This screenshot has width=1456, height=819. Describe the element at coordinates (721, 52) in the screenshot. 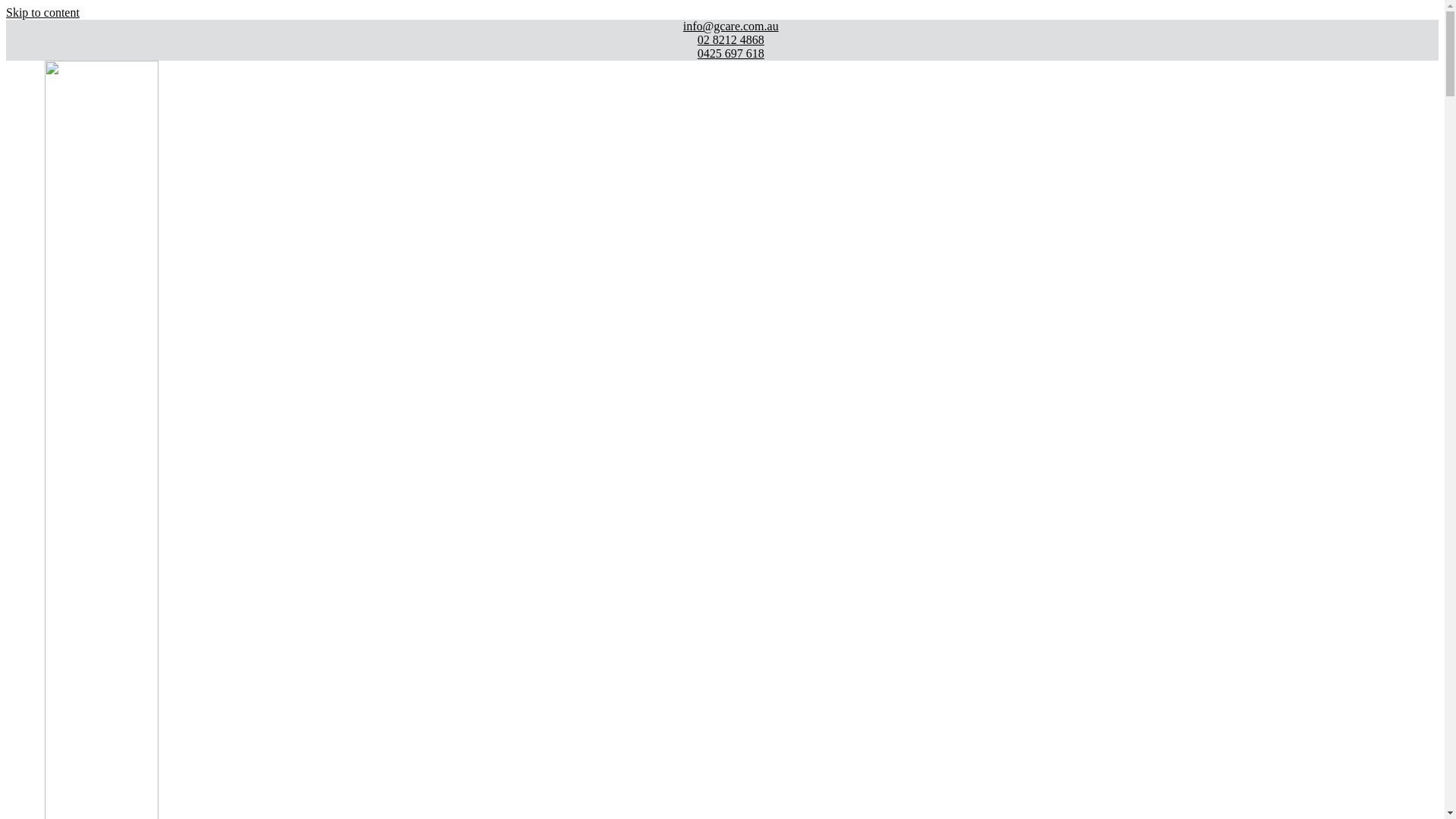

I see `'0425 697 618'` at that location.